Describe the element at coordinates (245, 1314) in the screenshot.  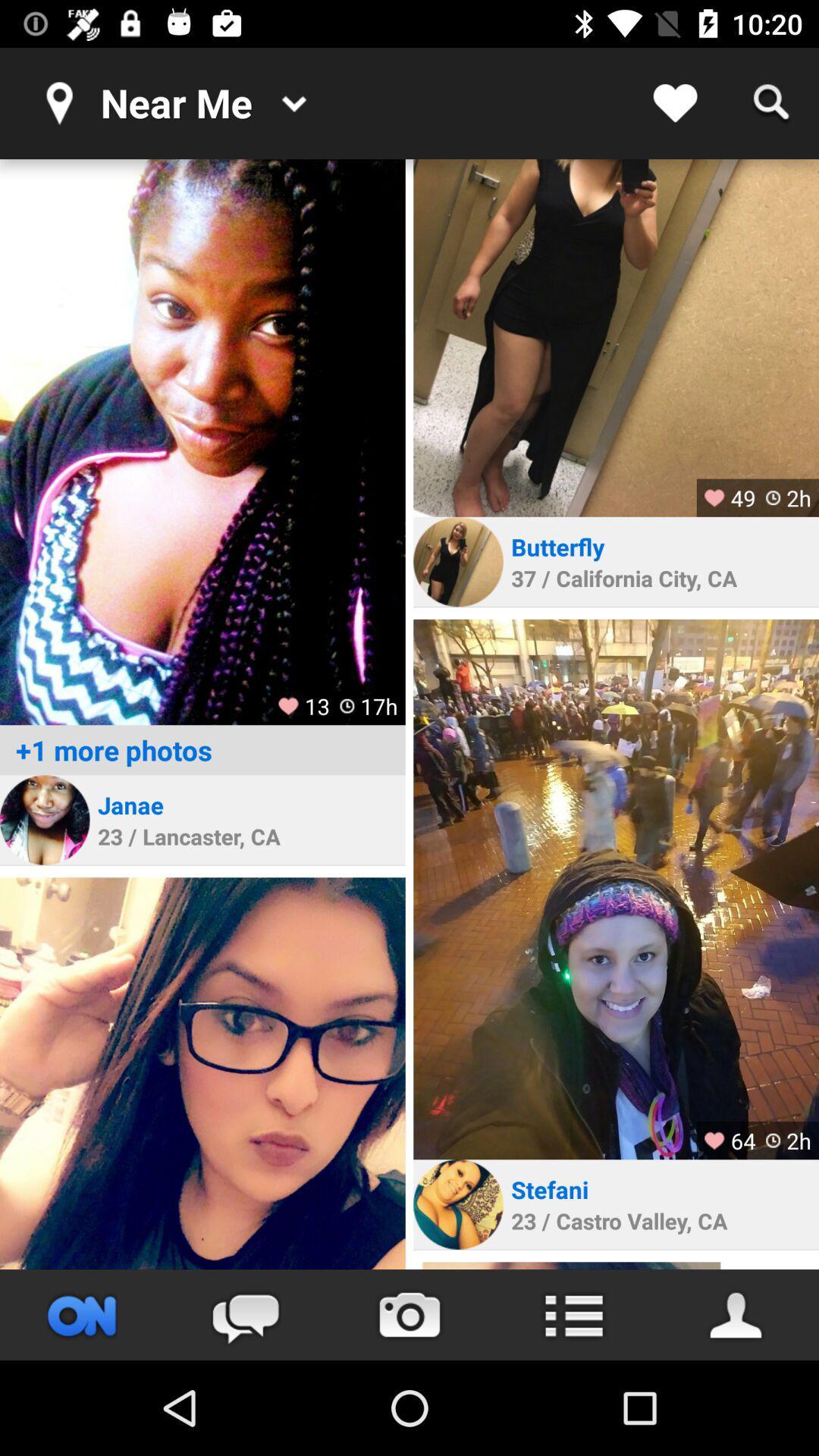
I see `access messaging` at that location.